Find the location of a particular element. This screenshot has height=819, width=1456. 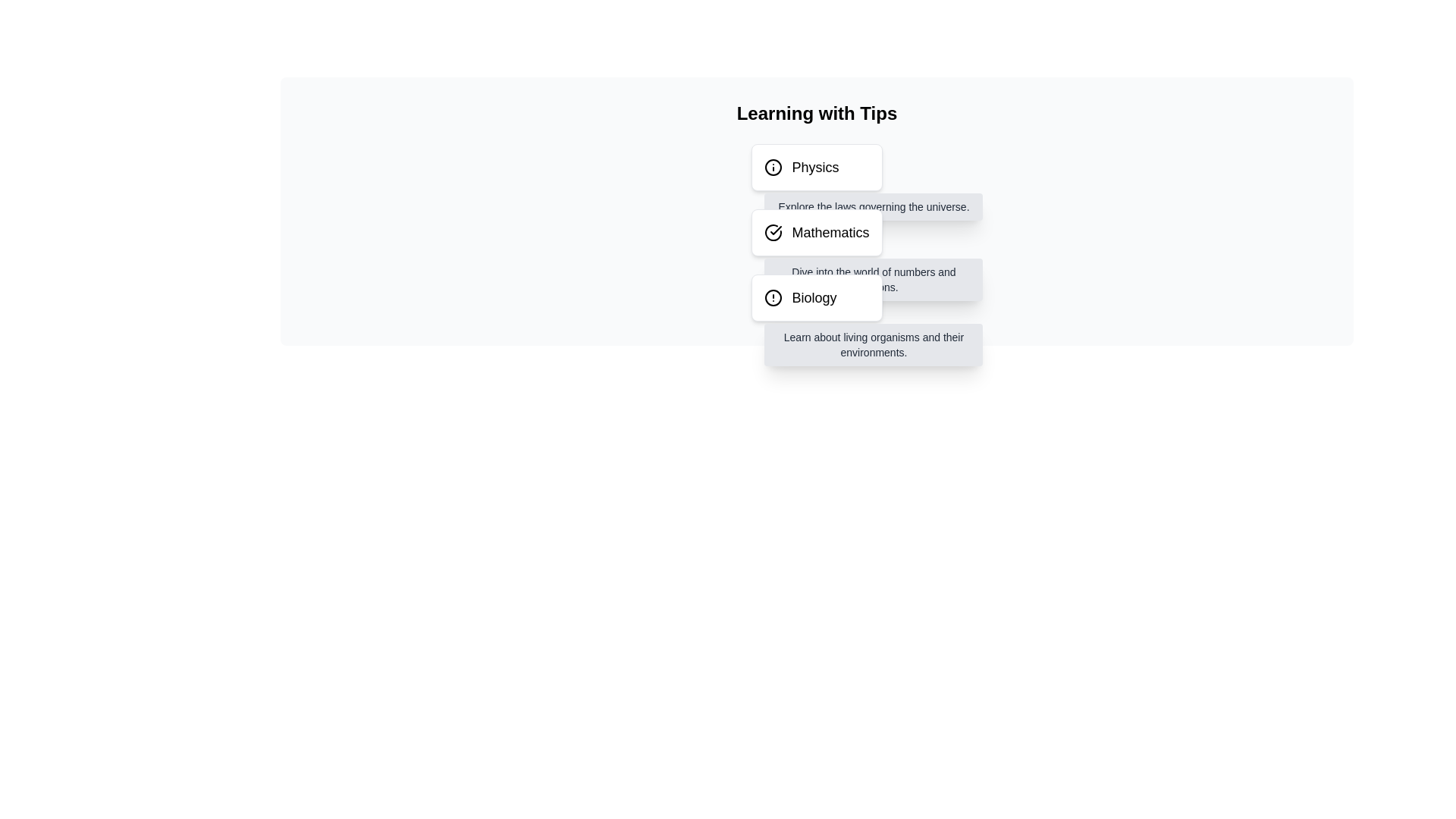

the caution icon located to the left of the 'Biology' text in the third item of the vertical list under 'Learning with Tips' is located at coordinates (773, 298).